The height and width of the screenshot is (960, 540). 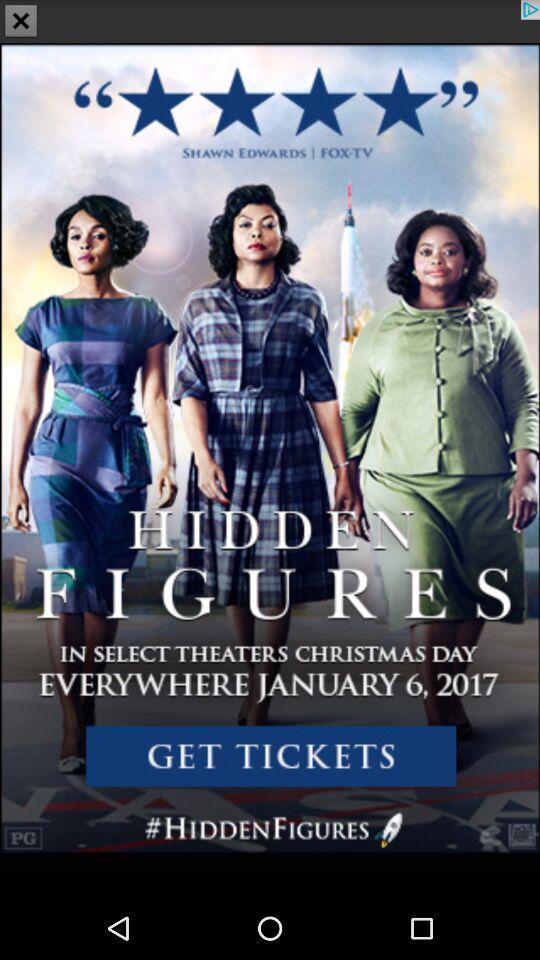 What do you see at coordinates (20, 21) in the screenshot?
I see `the close icon` at bounding box center [20, 21].